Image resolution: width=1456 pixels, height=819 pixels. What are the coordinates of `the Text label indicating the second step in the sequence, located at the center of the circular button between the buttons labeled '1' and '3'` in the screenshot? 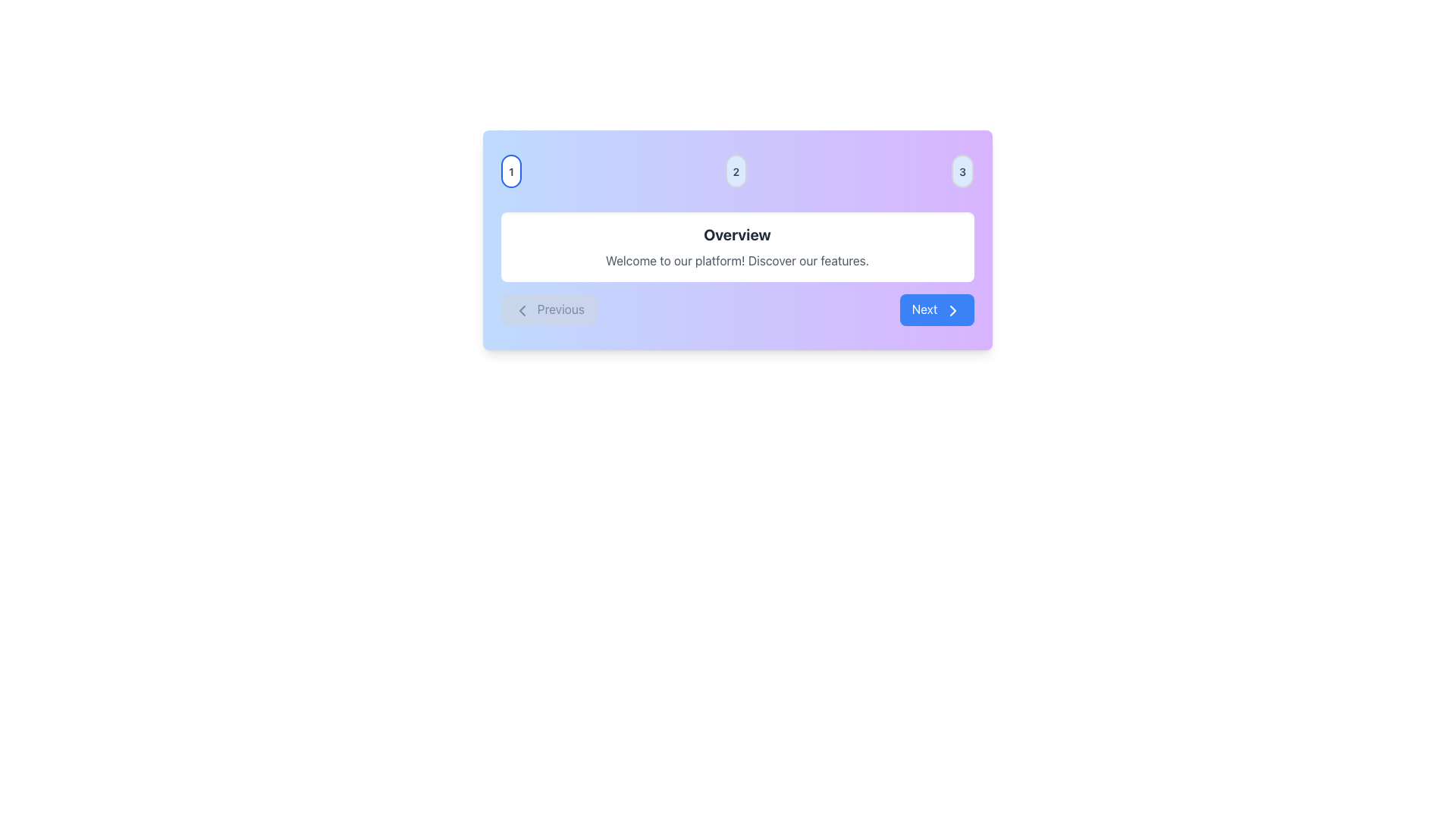 It's located at (736, 171).